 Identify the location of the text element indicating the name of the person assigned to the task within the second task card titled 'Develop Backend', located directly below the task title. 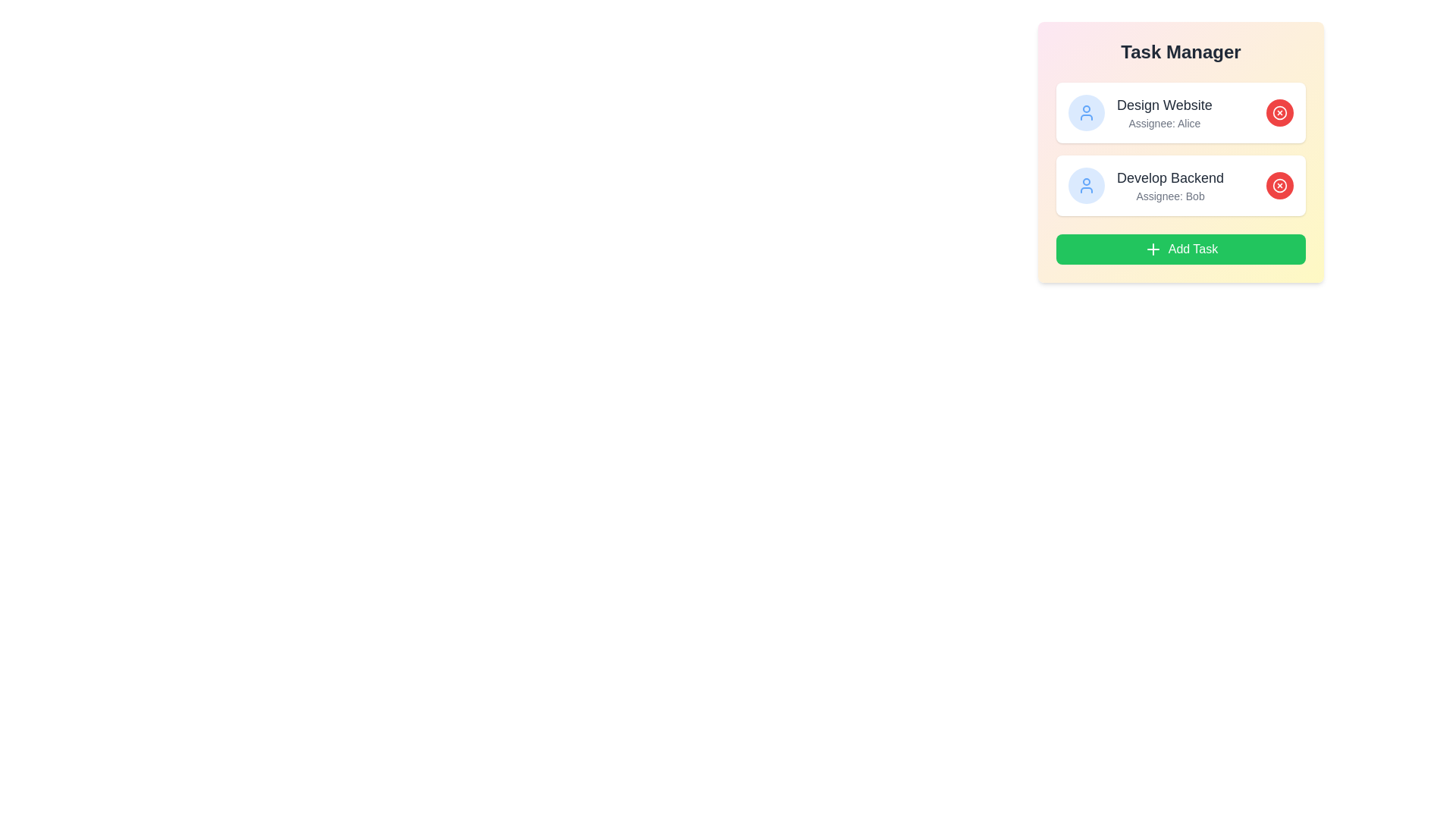
(1169, 195).